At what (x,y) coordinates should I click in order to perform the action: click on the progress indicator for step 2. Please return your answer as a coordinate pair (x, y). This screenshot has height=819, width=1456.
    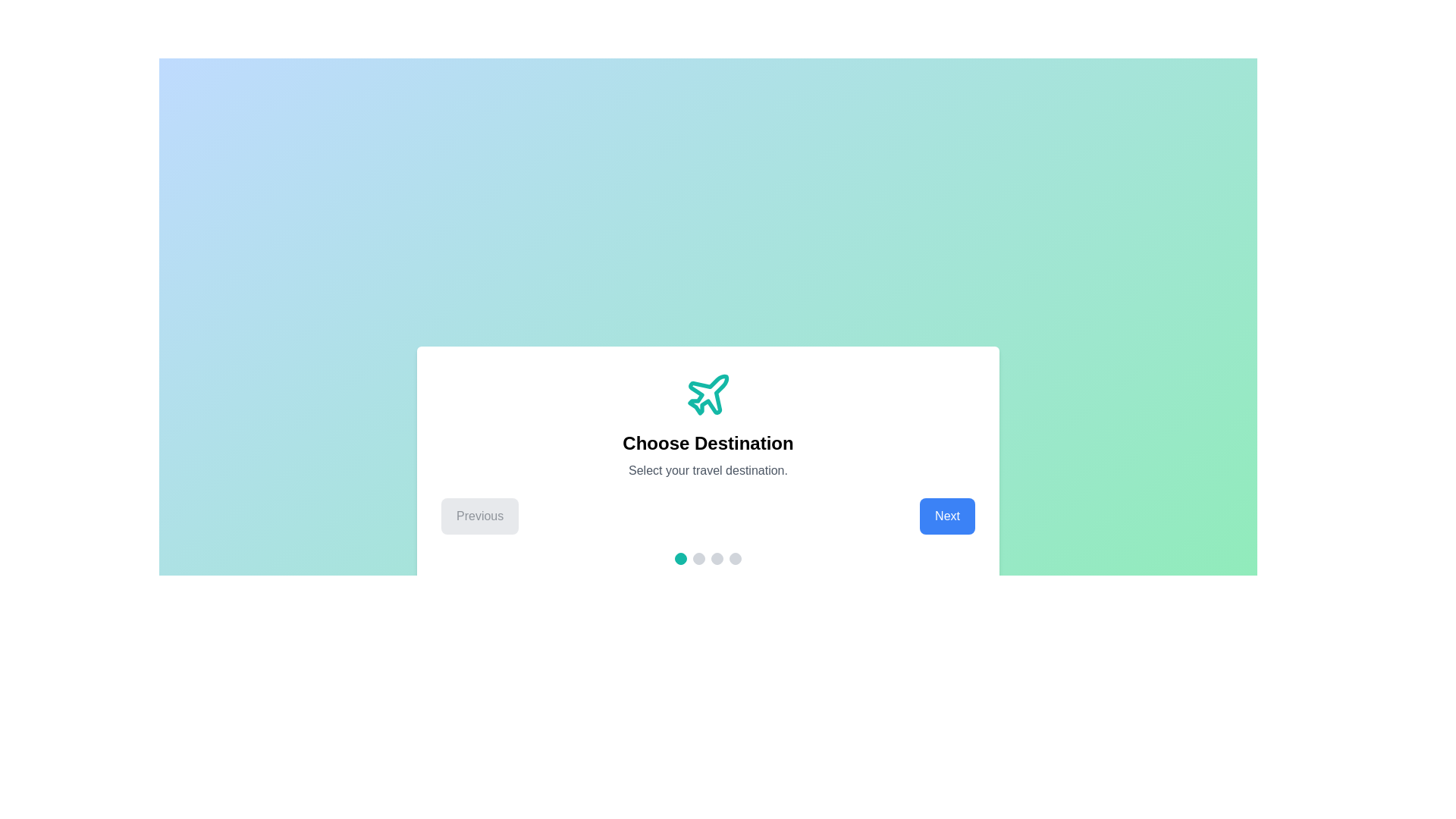
    Looking at the image, I should click on (698, 558).